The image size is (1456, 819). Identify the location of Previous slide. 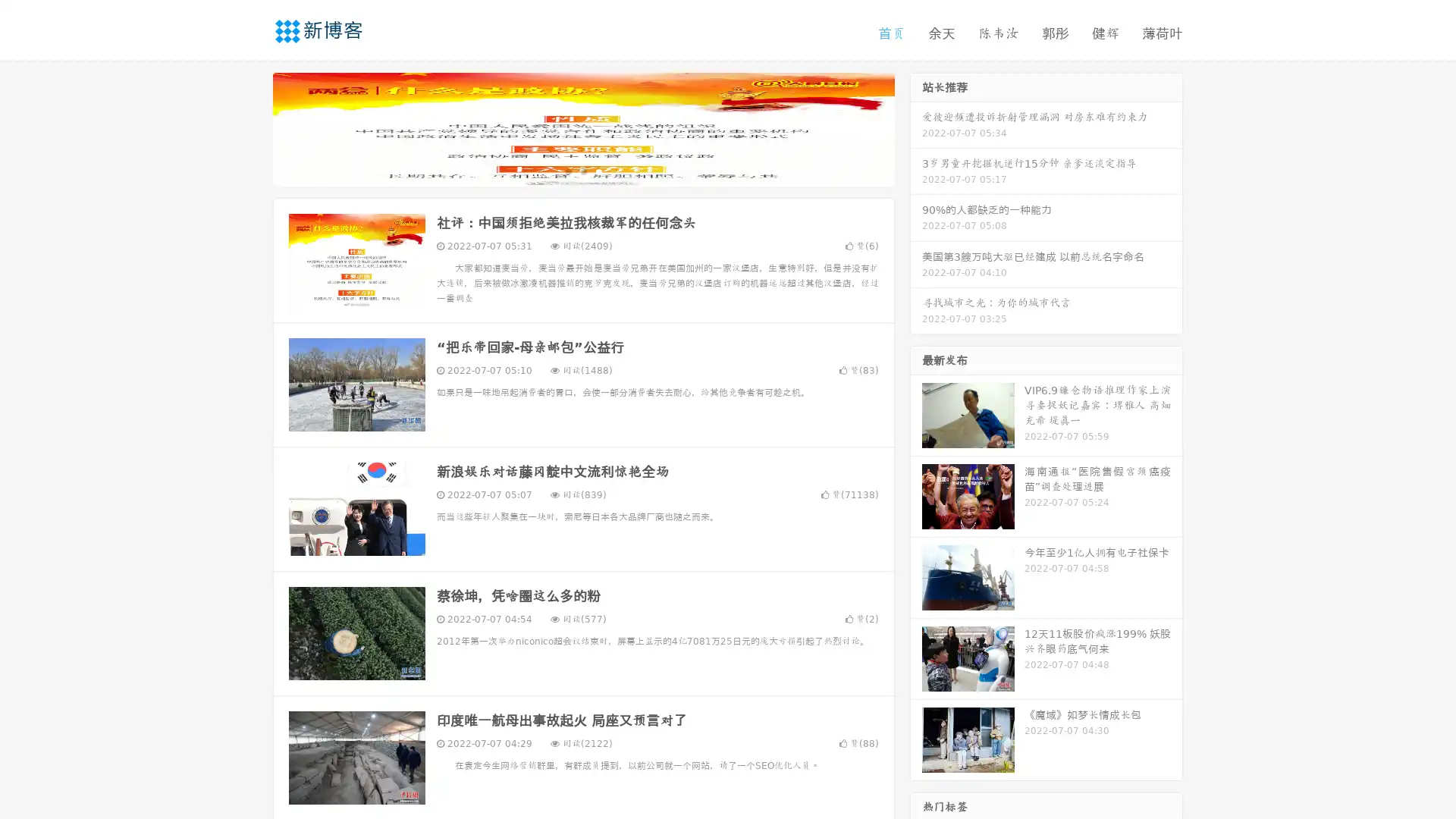
(250, 127).